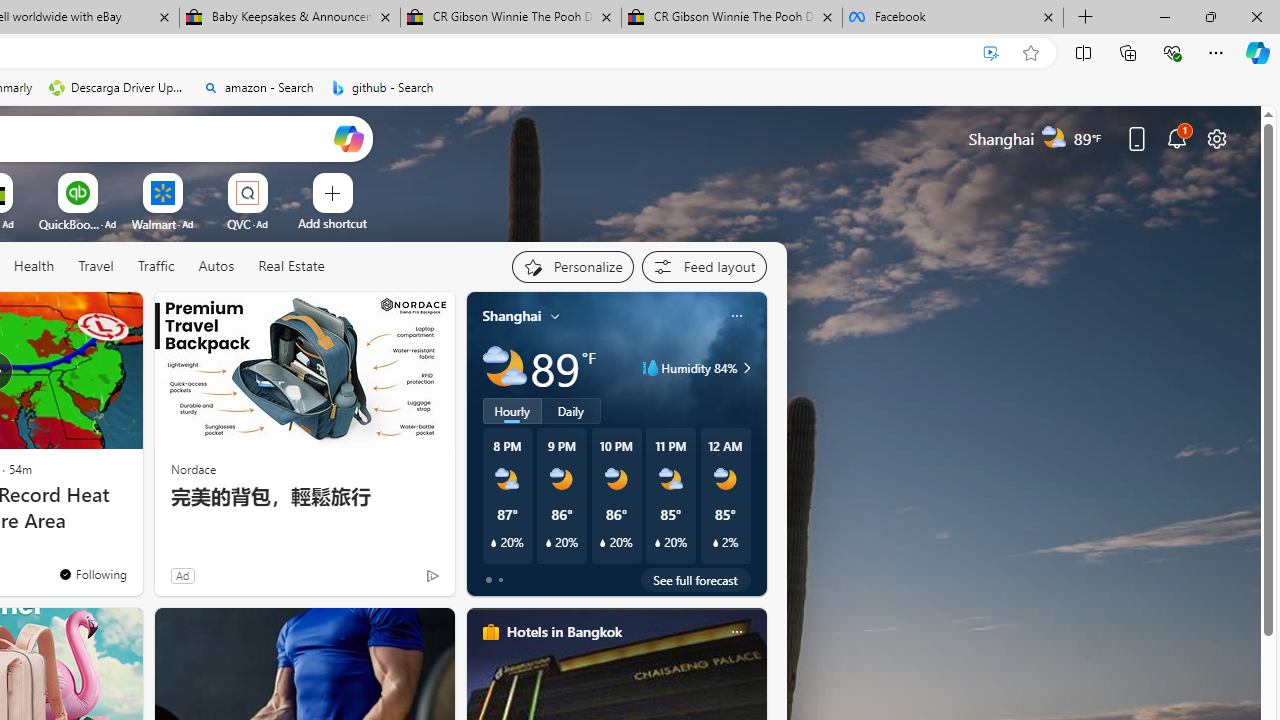  I want to click on 'Notifications', so click(1176, 137).